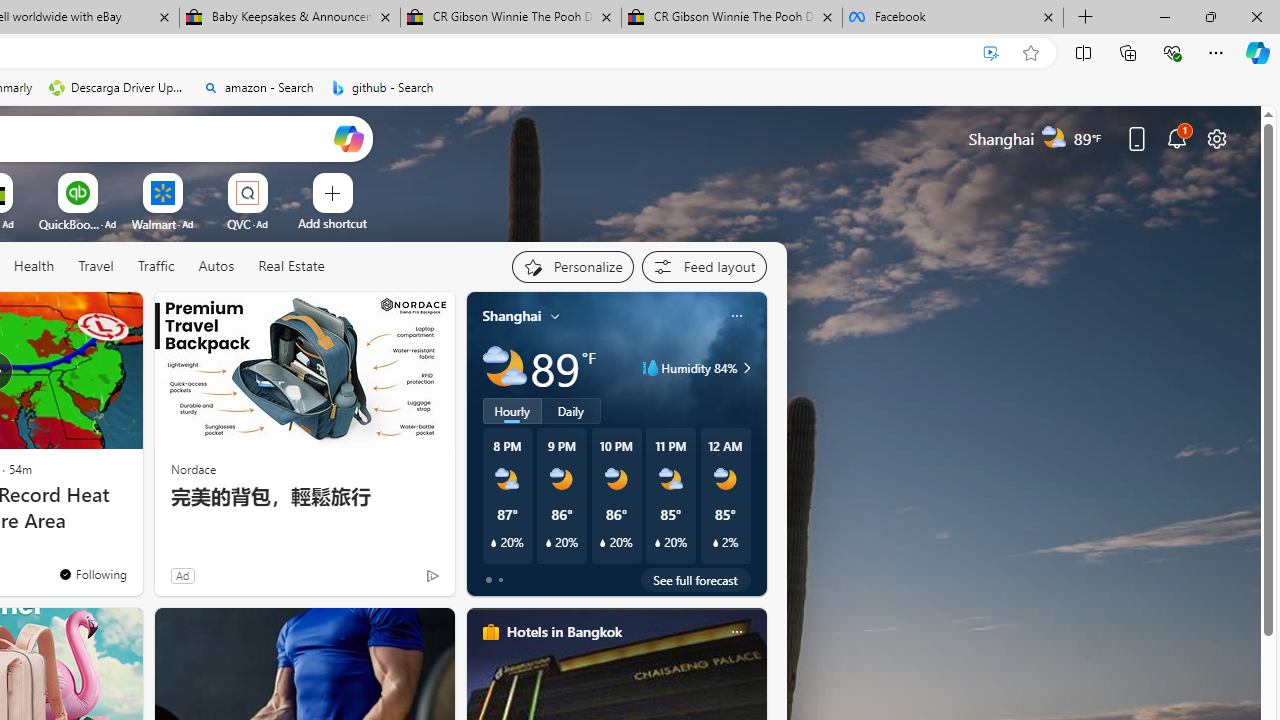  I want to click on 'Notifications', so click(1176, 137).